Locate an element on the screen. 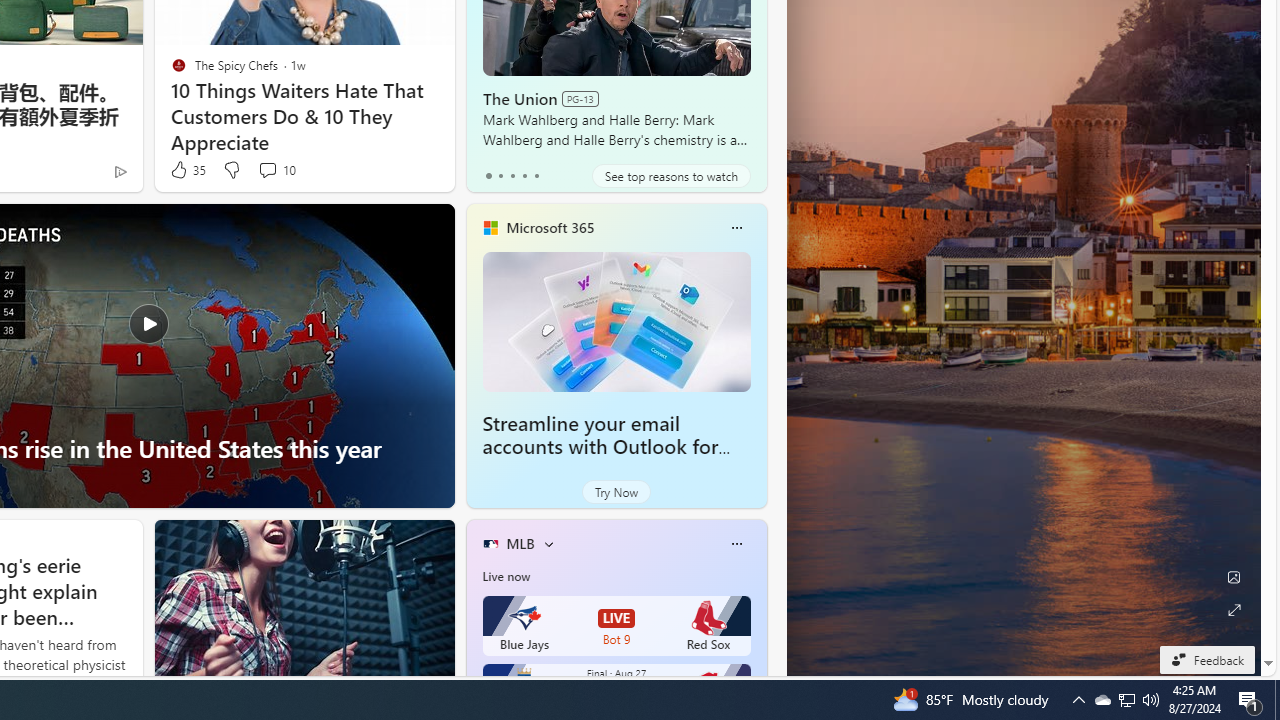 This screenshot has width=1280, height=720. 'Expand background' is located at coordinates (1232, 609).